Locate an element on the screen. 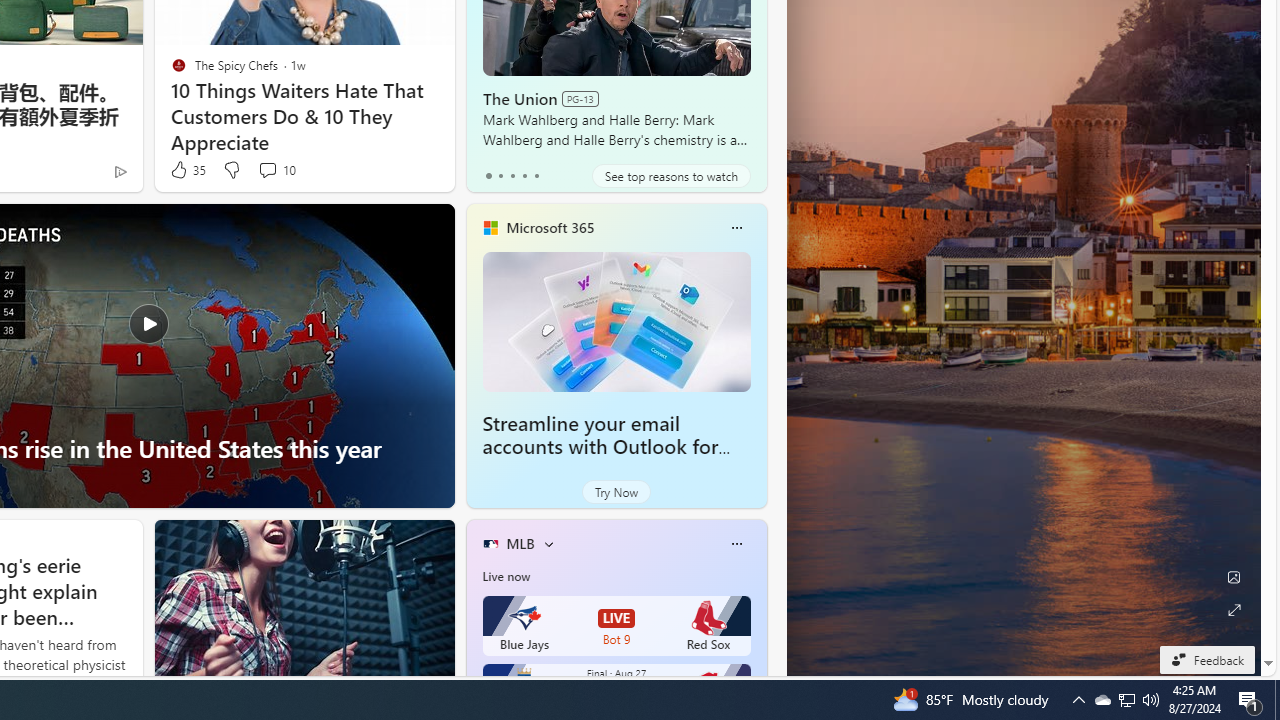 This screenshot has width=1280, height=720. 'Expand background' is located at coordinates (1232, 609).